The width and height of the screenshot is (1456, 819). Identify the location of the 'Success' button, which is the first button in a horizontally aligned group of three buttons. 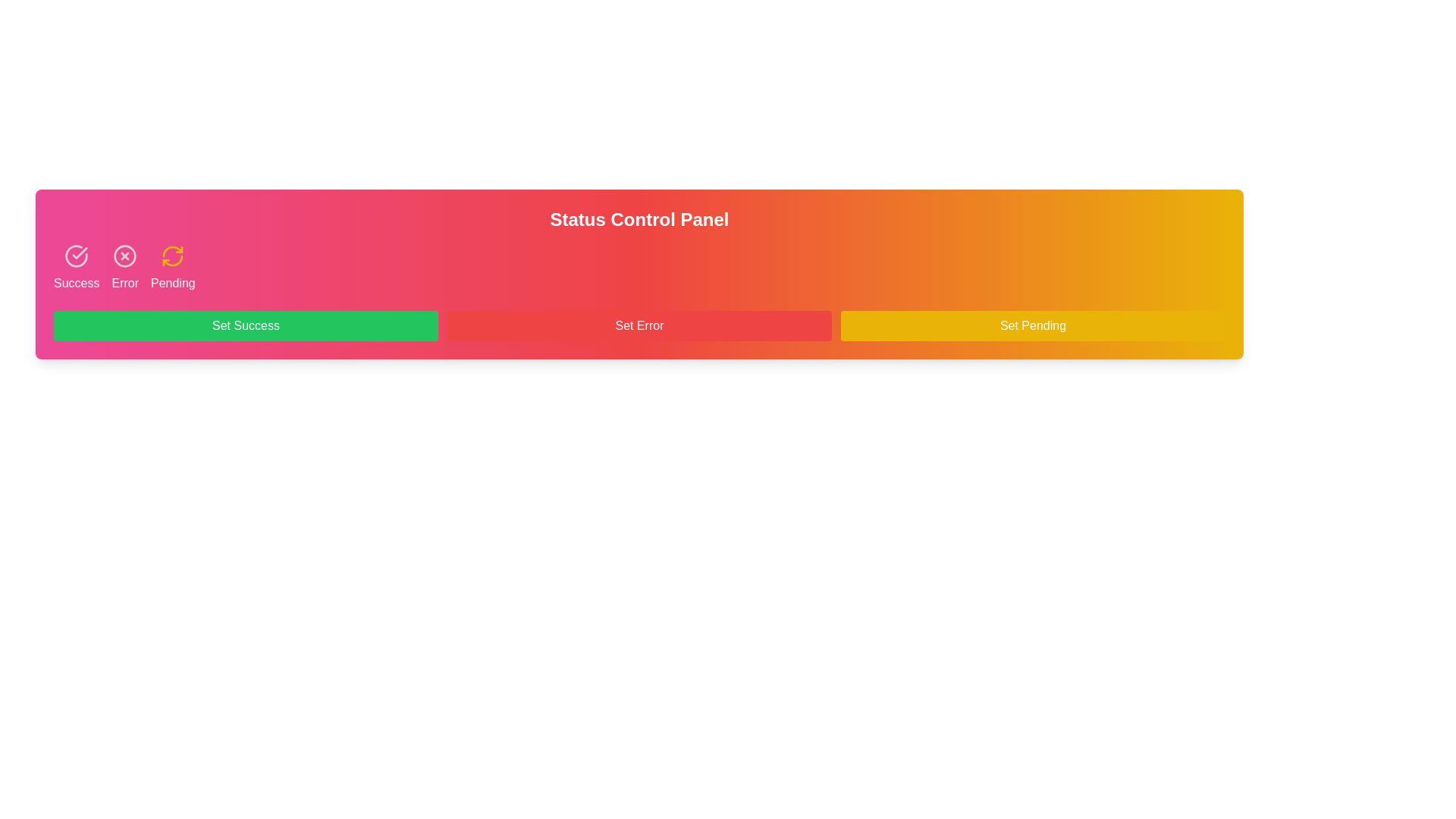
(246, 325).